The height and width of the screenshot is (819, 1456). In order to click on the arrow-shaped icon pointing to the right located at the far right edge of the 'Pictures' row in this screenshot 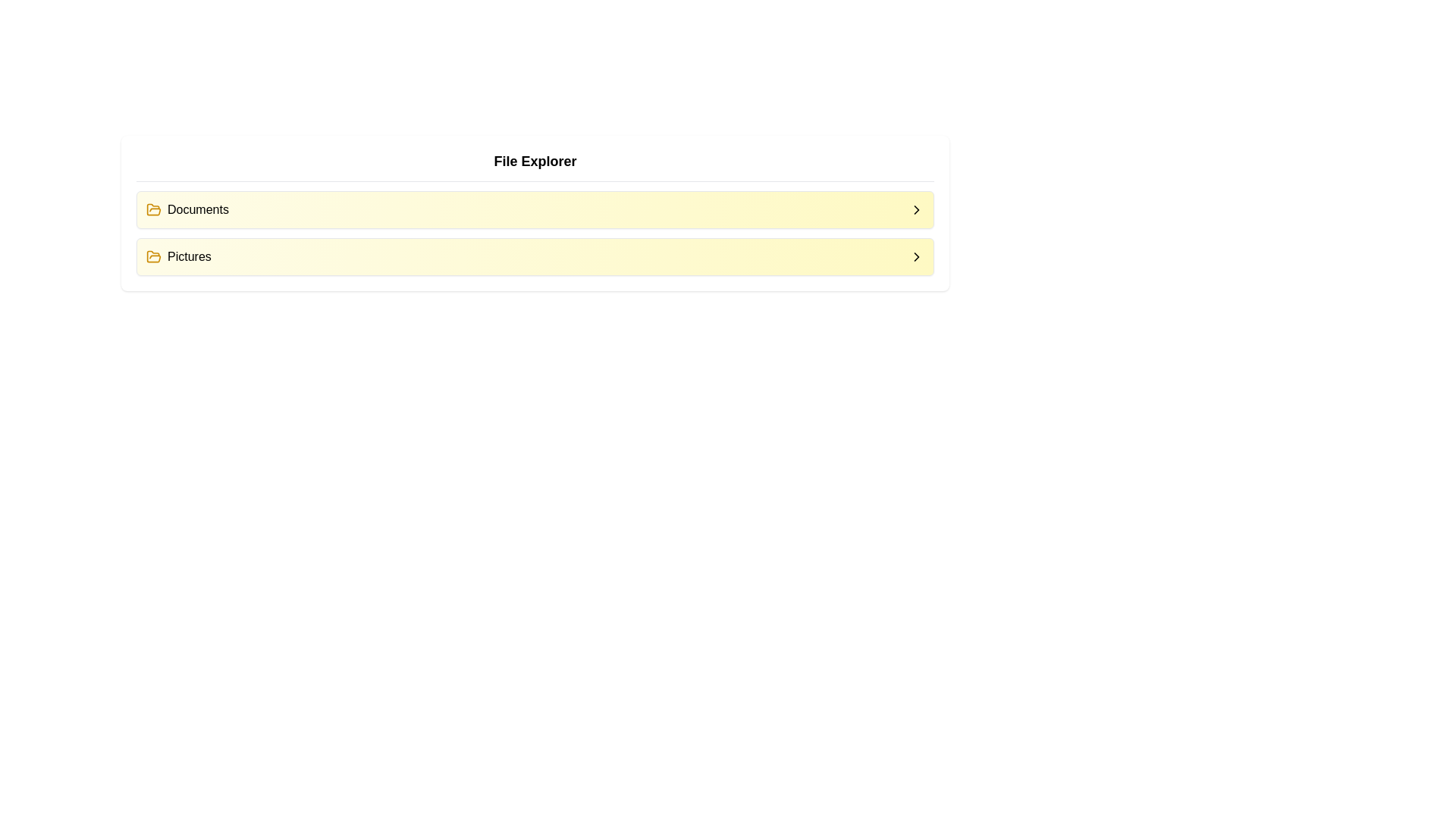, I will do `click(916, 256)`.